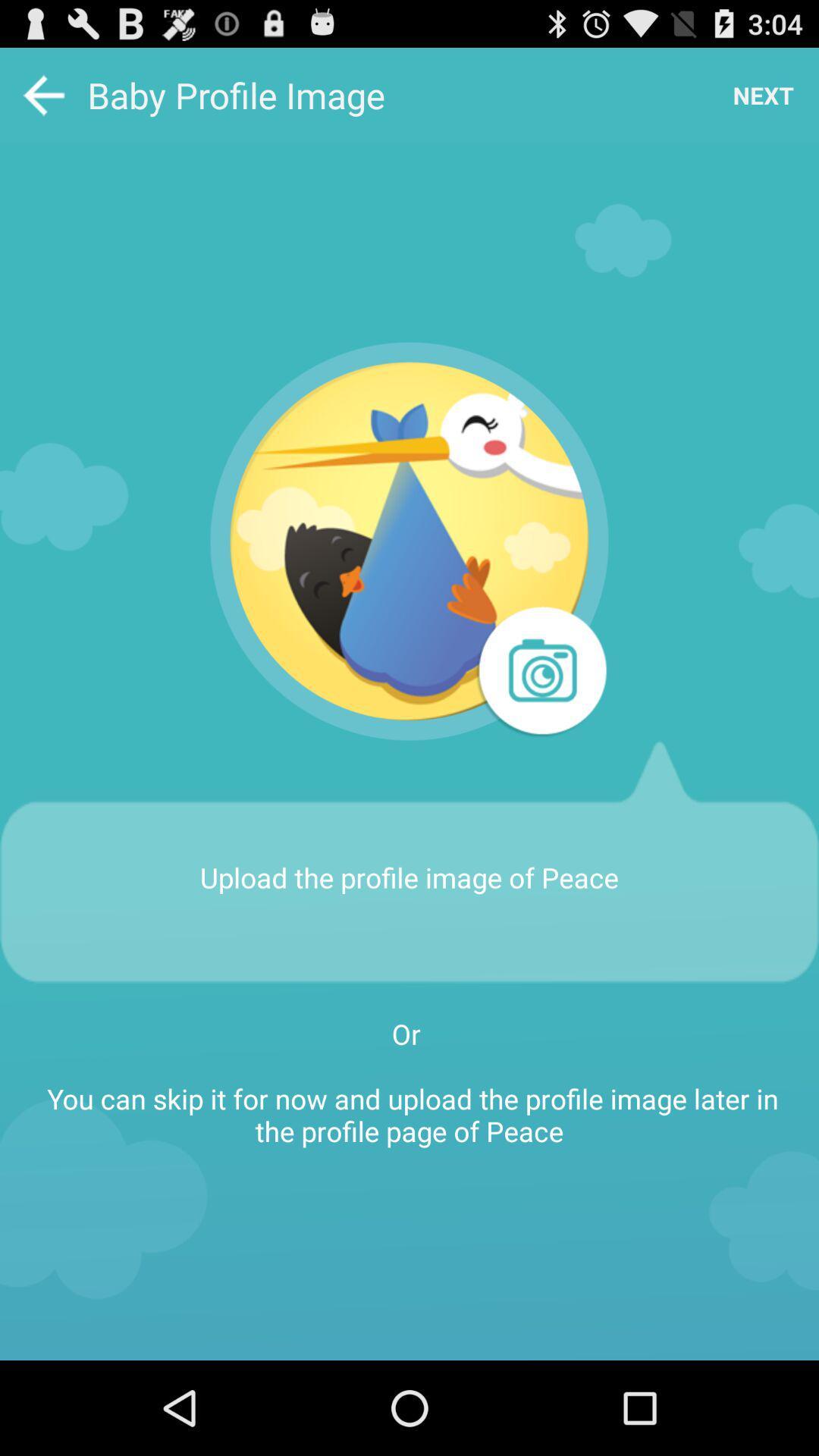 This screenshot has height=1456, width=819. What do you see at coordinates (409, 541) in the screenshot?
I see `the app above the upload the profile item` at bounding box center [409, 541].